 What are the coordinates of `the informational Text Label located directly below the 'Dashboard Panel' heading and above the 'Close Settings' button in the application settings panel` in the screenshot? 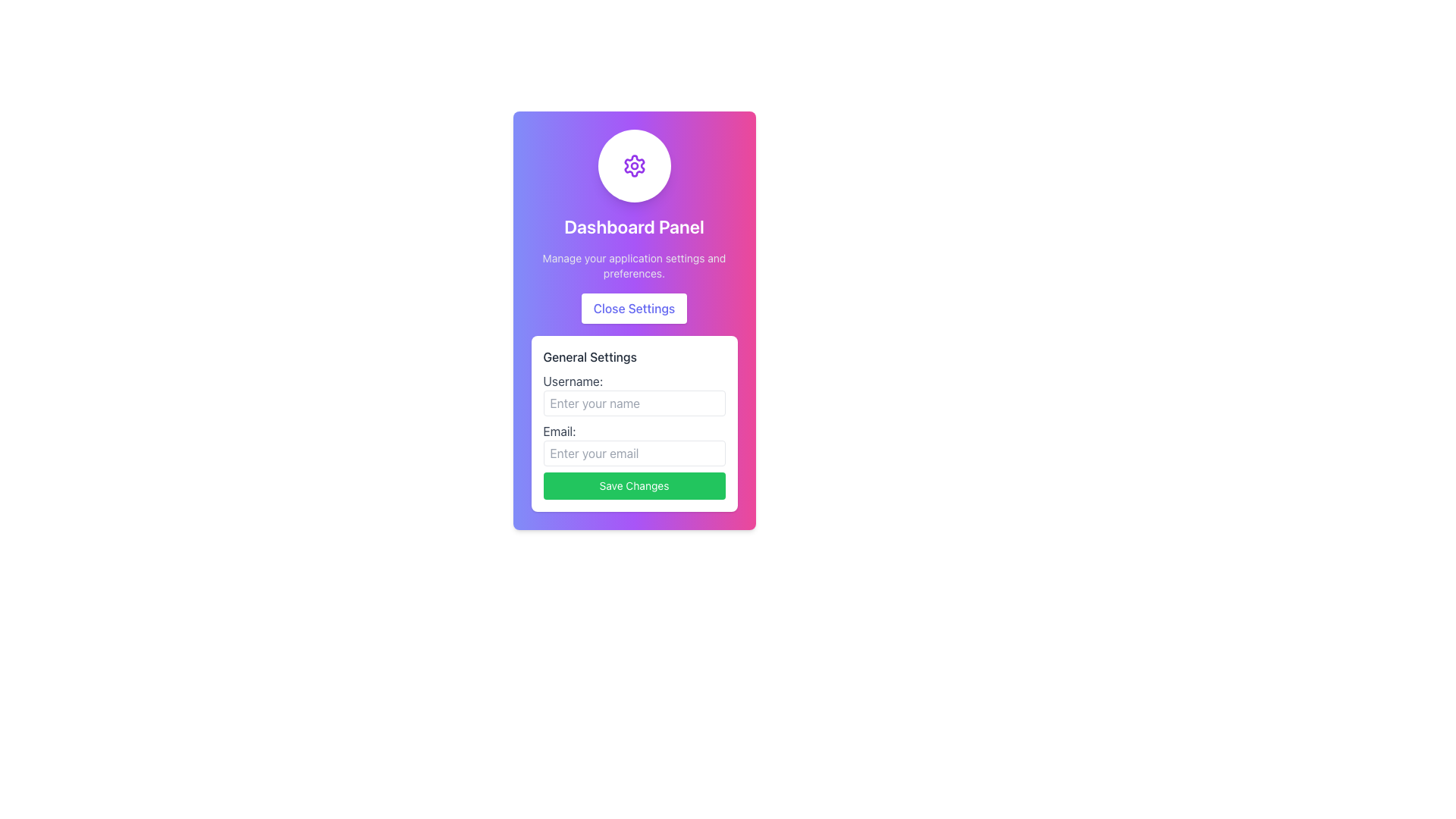 It's located at (634, 265).